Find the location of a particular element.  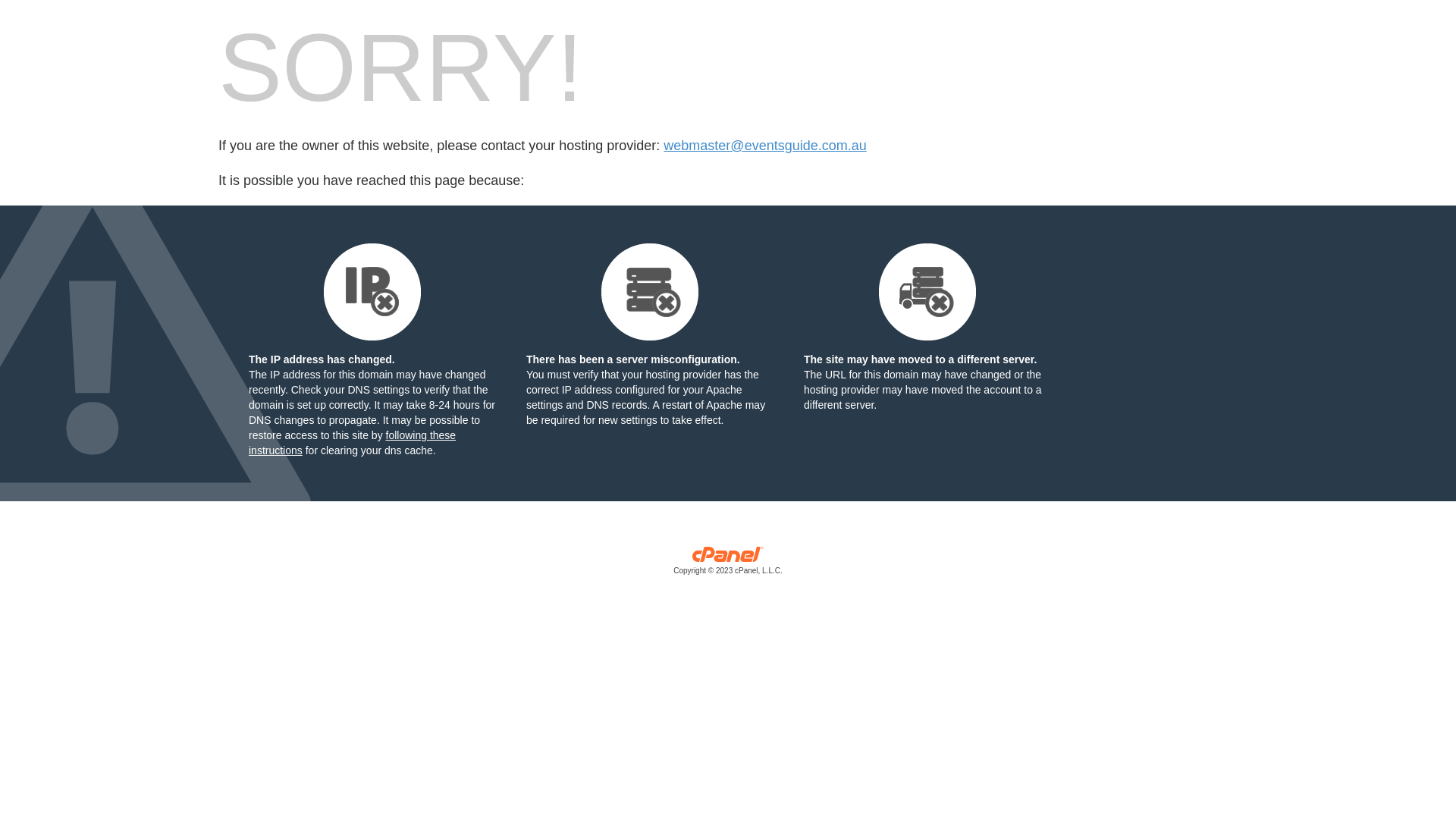

'webmaster@eventsguide.com.au' is located at coordinates (764, 146).